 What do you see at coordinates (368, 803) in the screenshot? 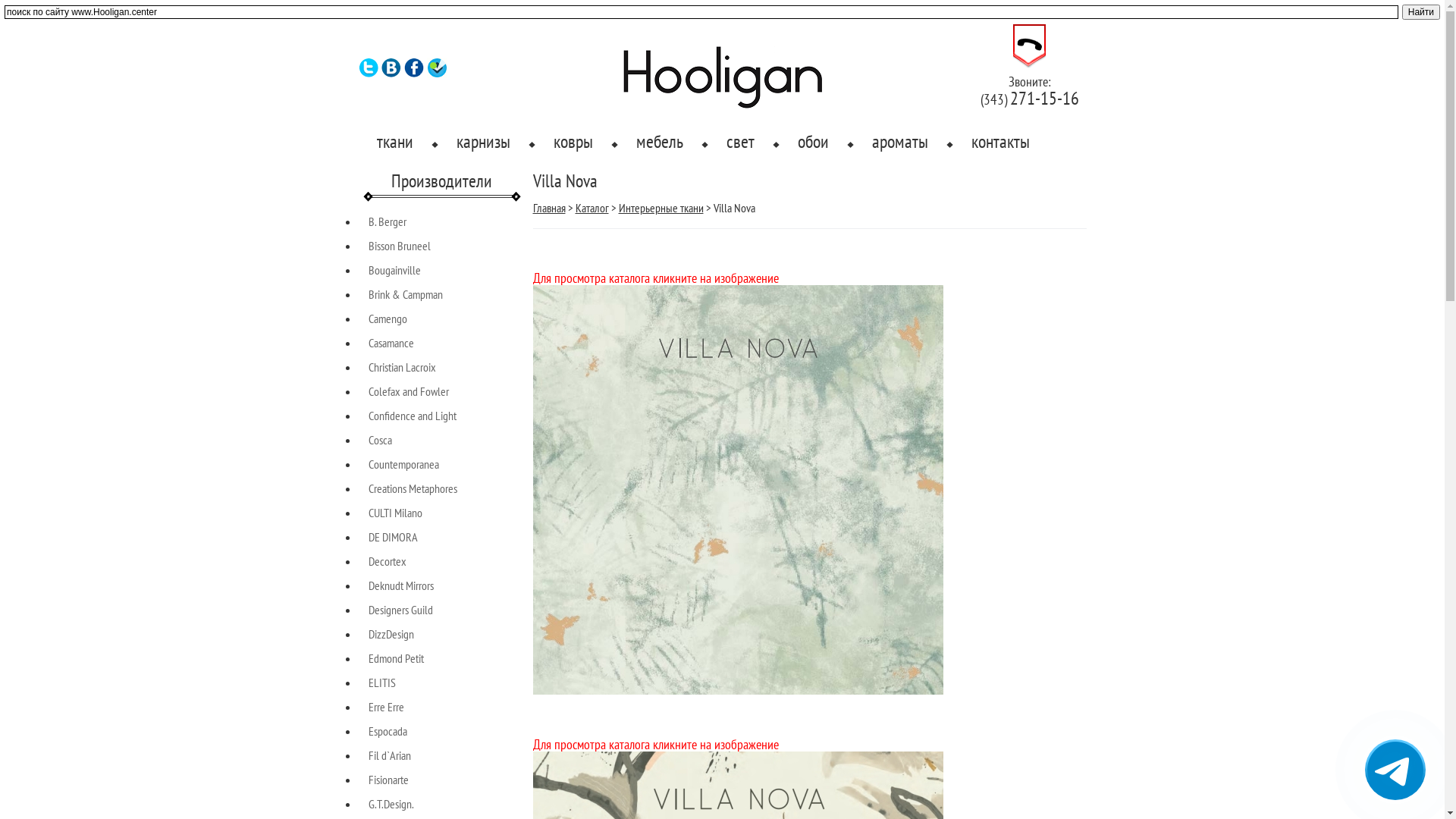
I see `'G.T.Design.'` at bounding box center [368, 803].